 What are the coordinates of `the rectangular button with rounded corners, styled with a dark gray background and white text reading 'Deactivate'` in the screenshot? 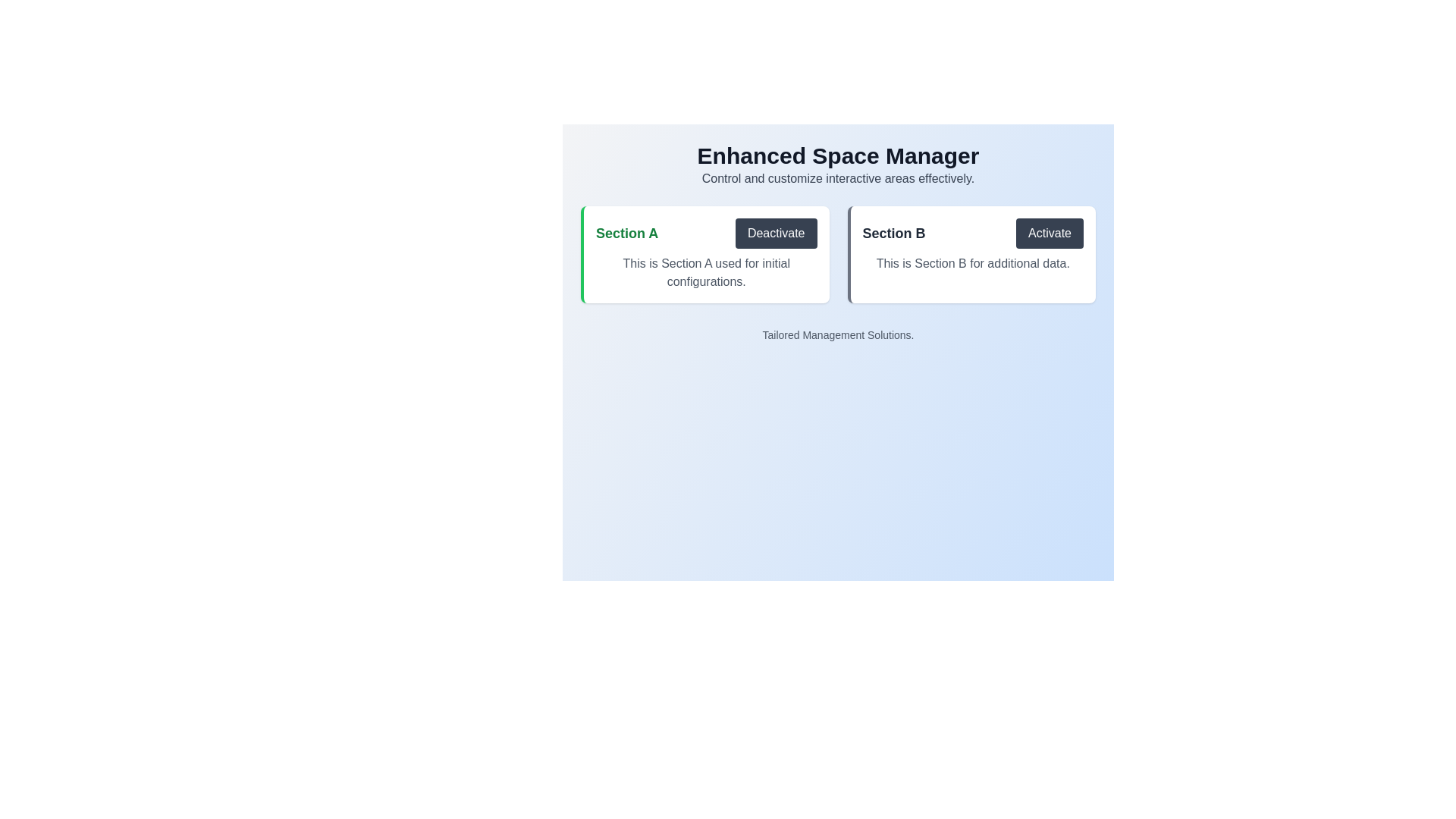 It's located at (776, 234).